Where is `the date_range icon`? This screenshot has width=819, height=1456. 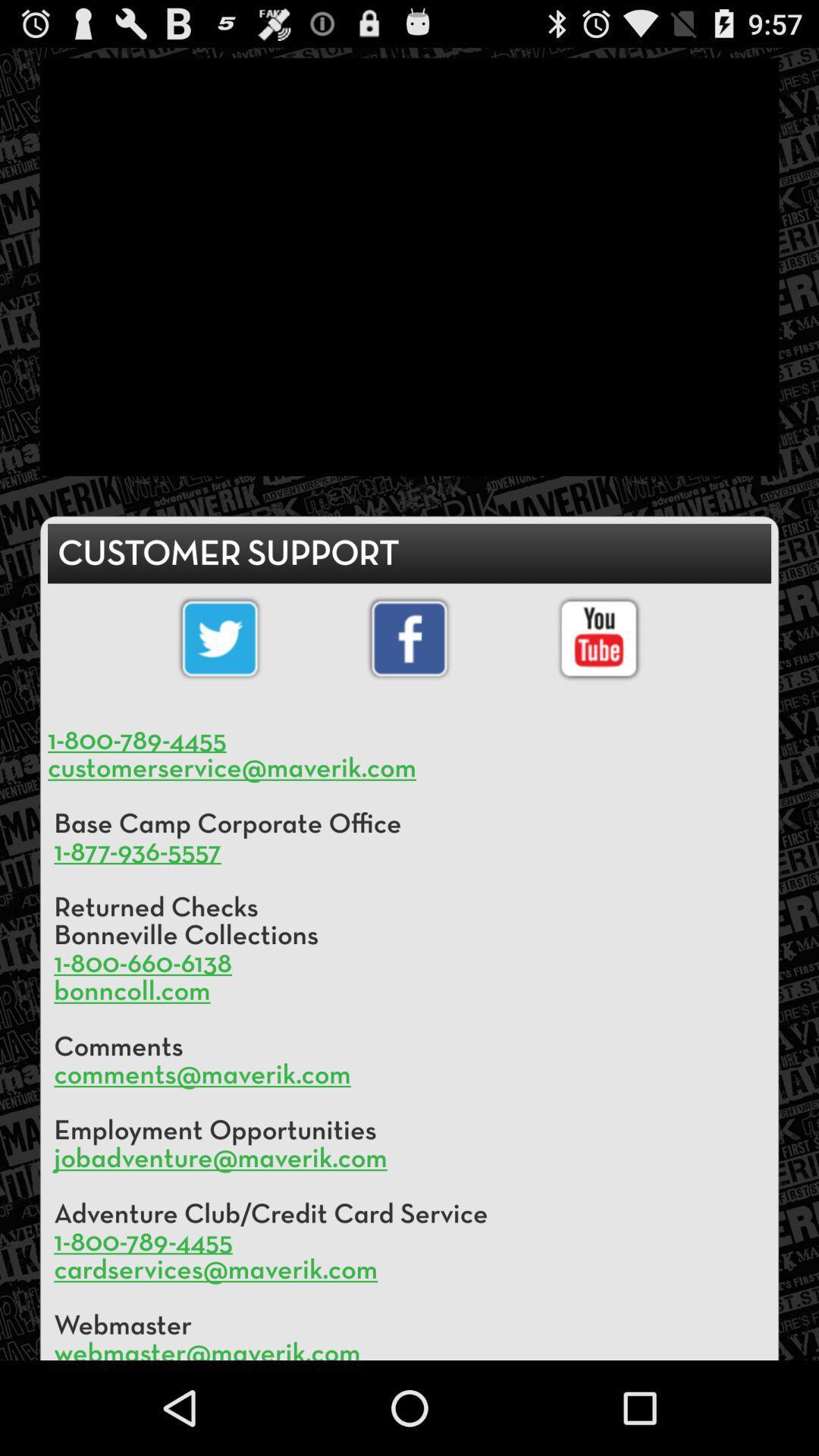
the date_range icon is located at coordinates (598, 682).